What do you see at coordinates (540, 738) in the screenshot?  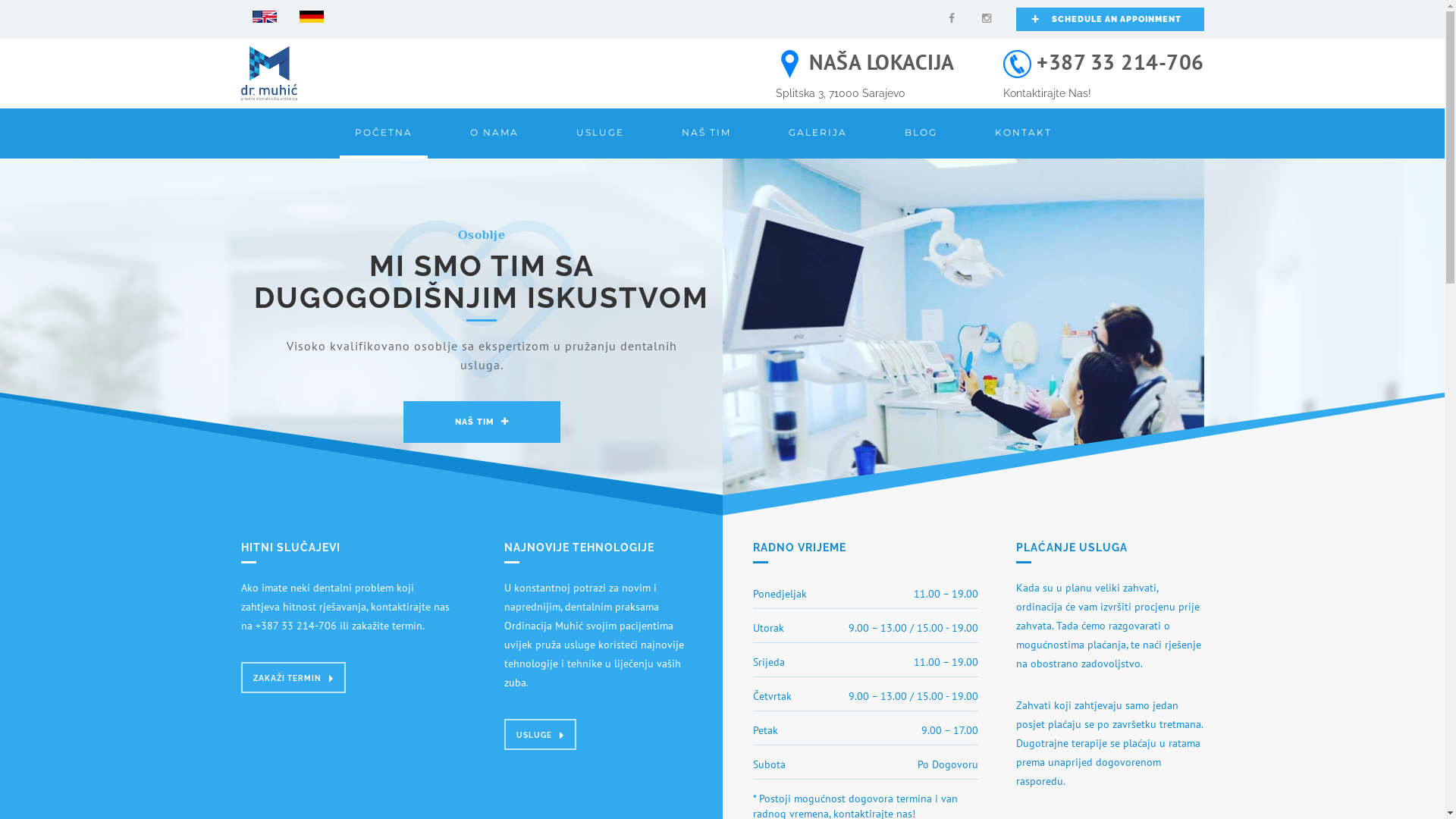 I see `'USLUGE'` at bounding box center [540, 738].